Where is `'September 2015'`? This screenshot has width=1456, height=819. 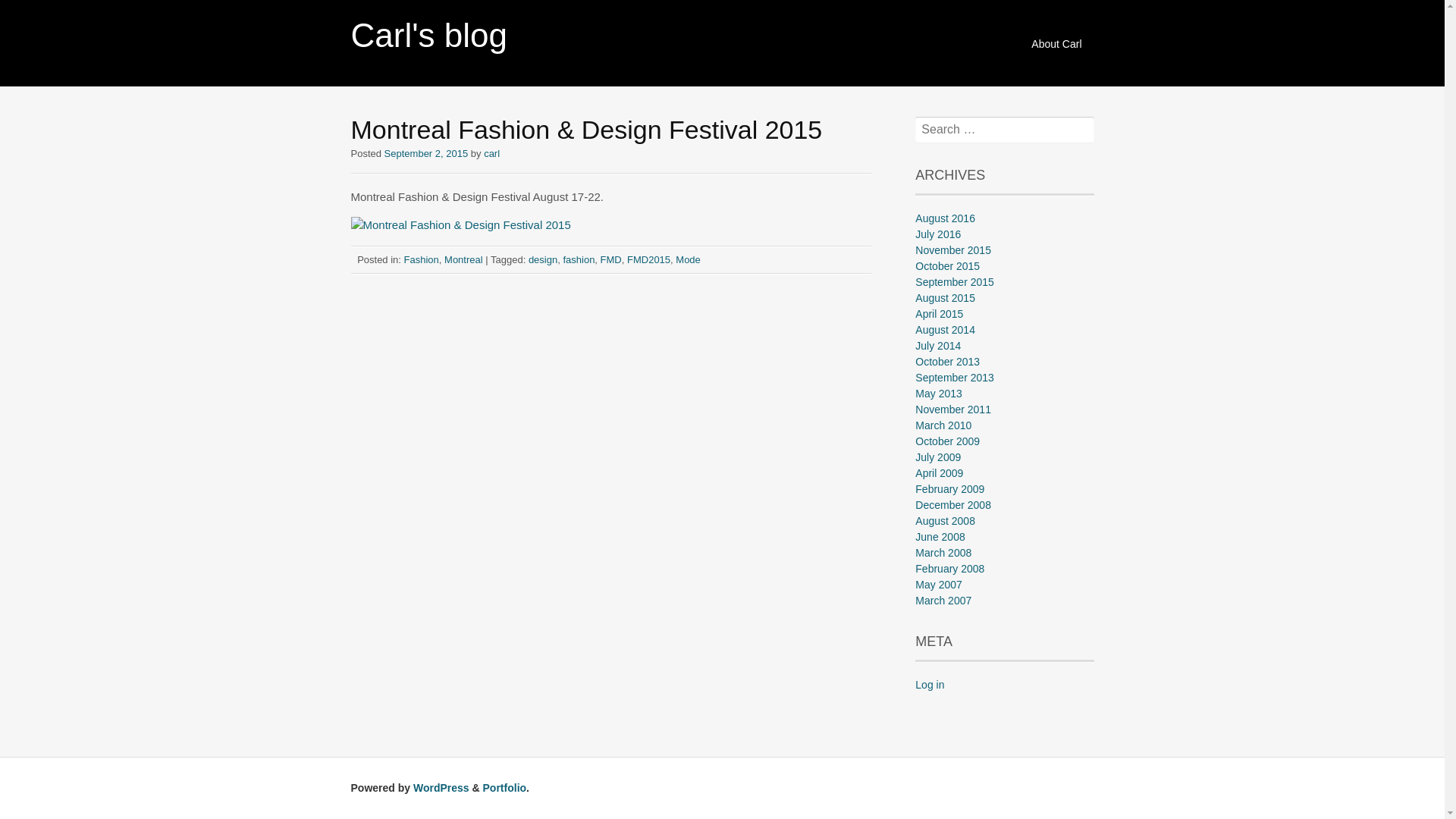
'September 2015' is located at coordinates (953, 281).